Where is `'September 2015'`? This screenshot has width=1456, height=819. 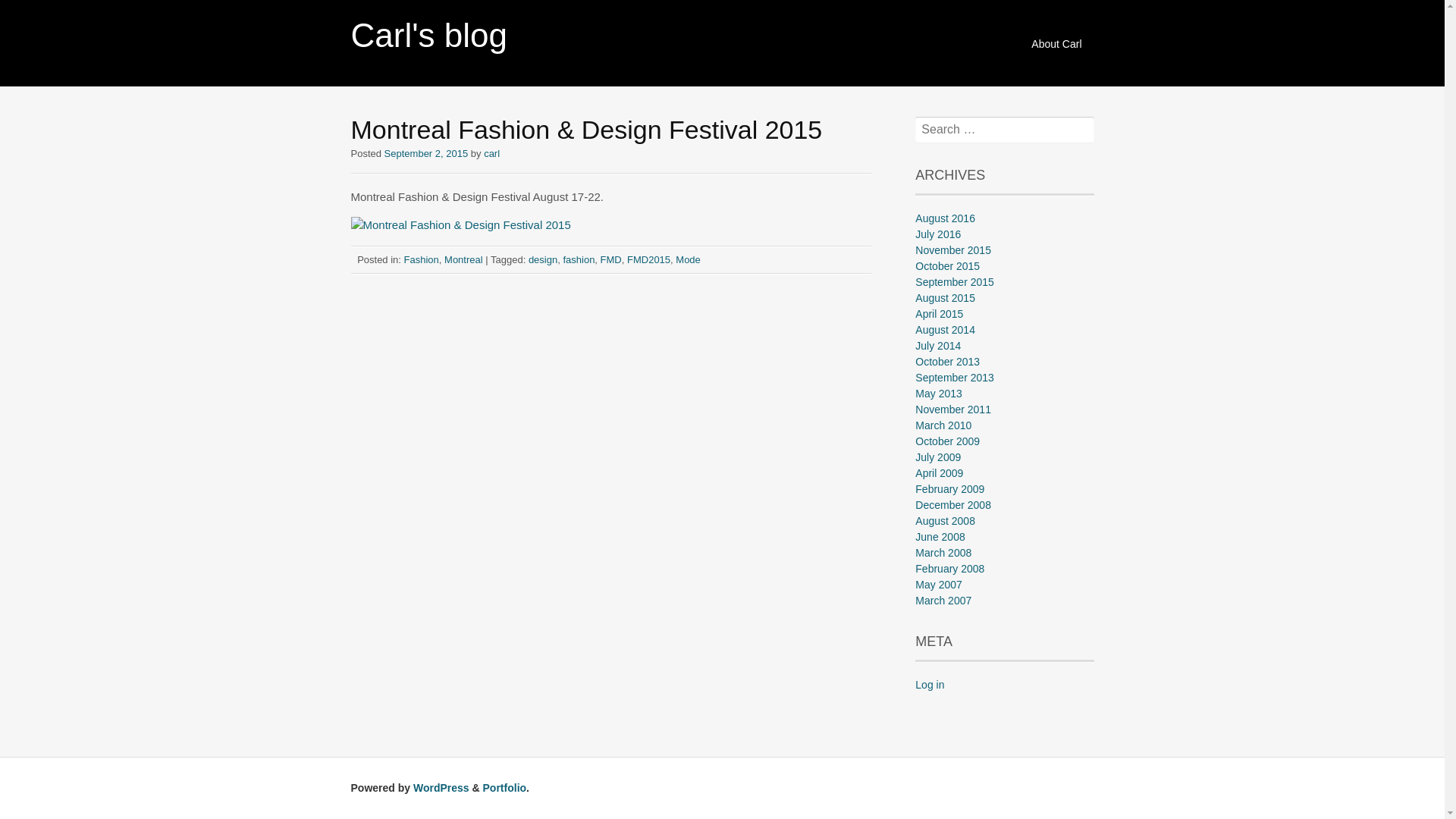
'September 2015' is located at coordinates (953, 281).